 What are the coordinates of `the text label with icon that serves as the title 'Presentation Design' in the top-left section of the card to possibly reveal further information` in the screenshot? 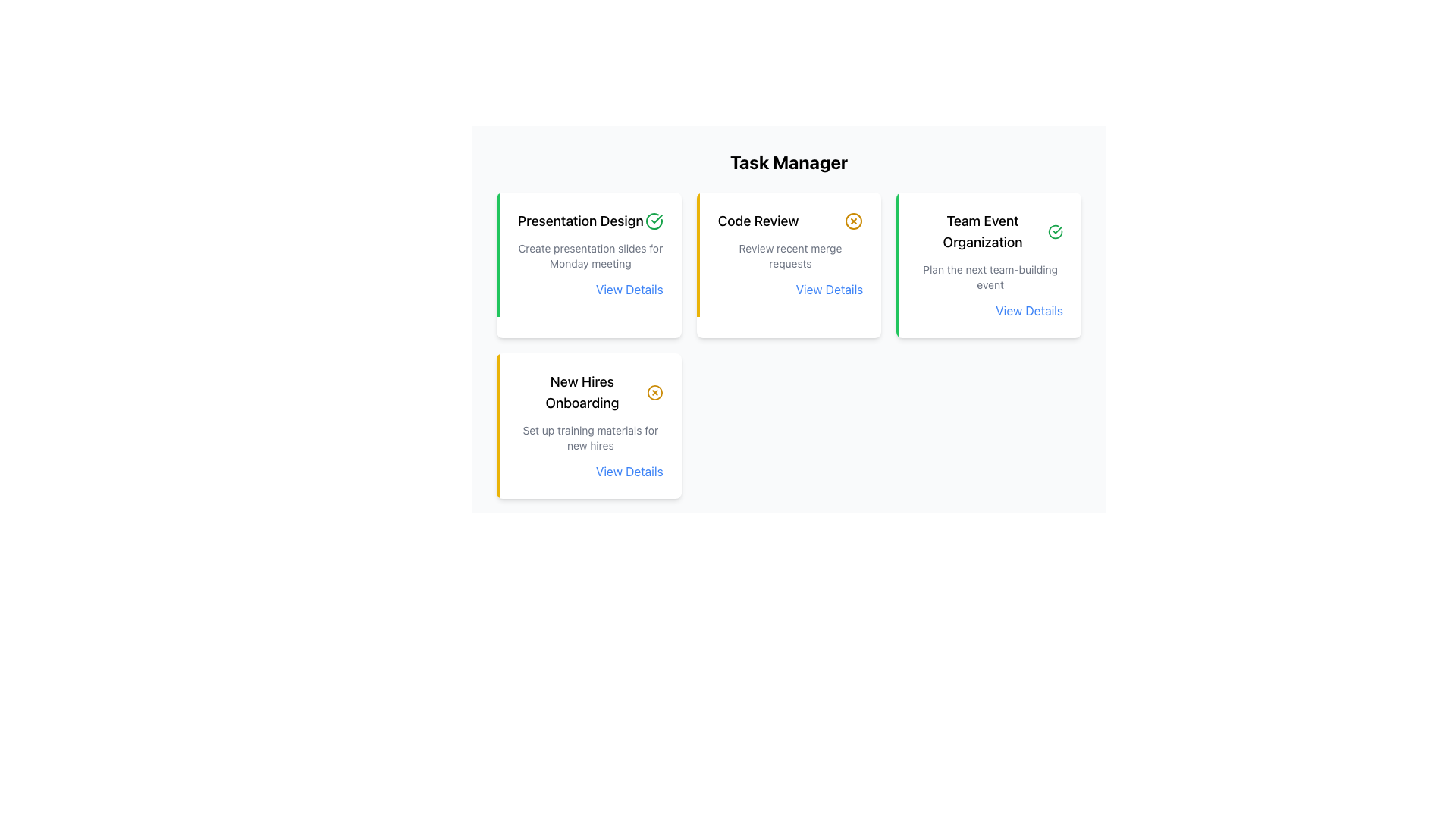 It's located at (589, 221).